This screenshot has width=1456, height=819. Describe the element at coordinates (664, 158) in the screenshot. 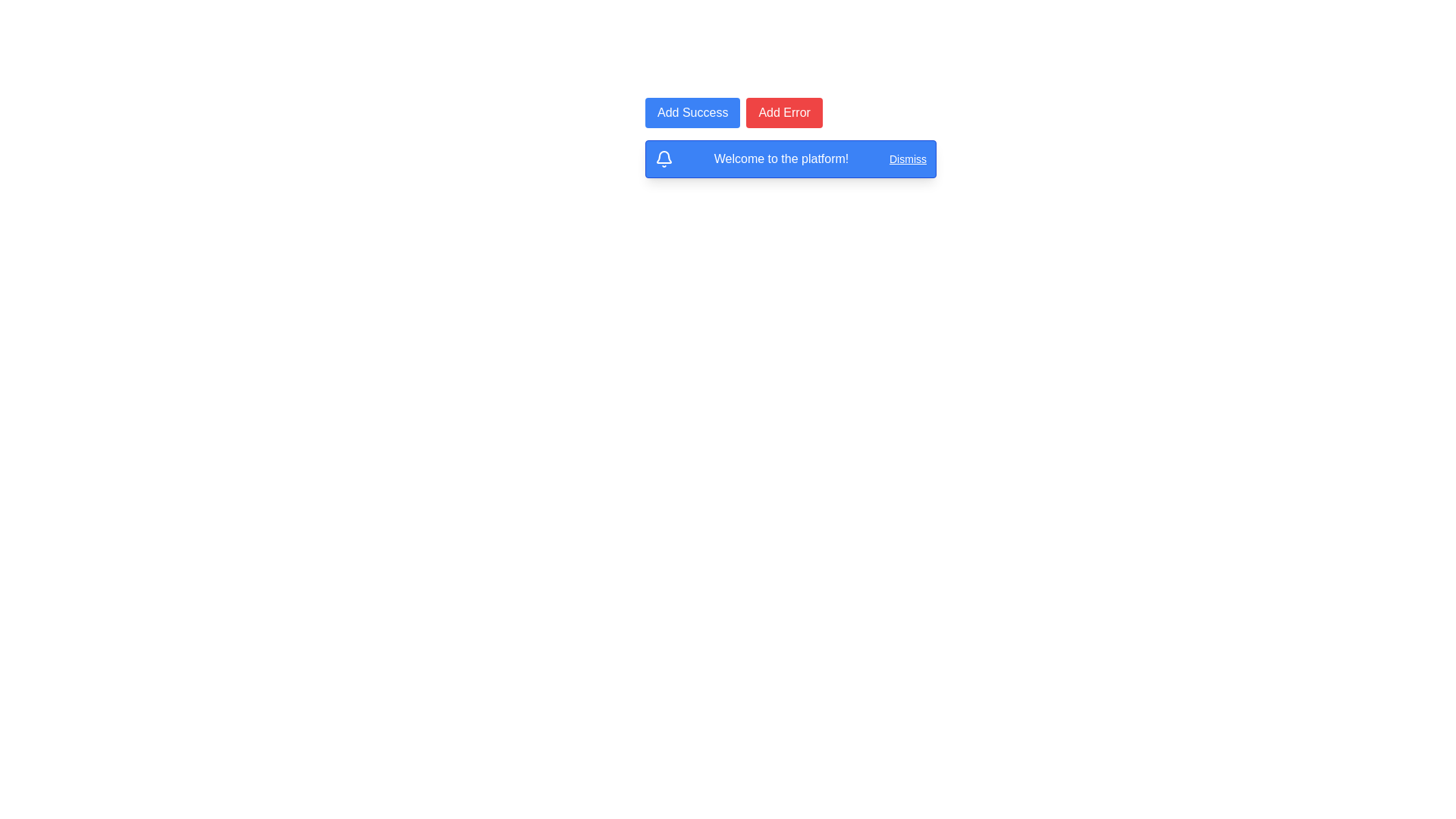

I see `the bell-shaped vector icon located within the blue notification box, which is positioned to the left of the text 'Welcome to the platform!'` at that location.